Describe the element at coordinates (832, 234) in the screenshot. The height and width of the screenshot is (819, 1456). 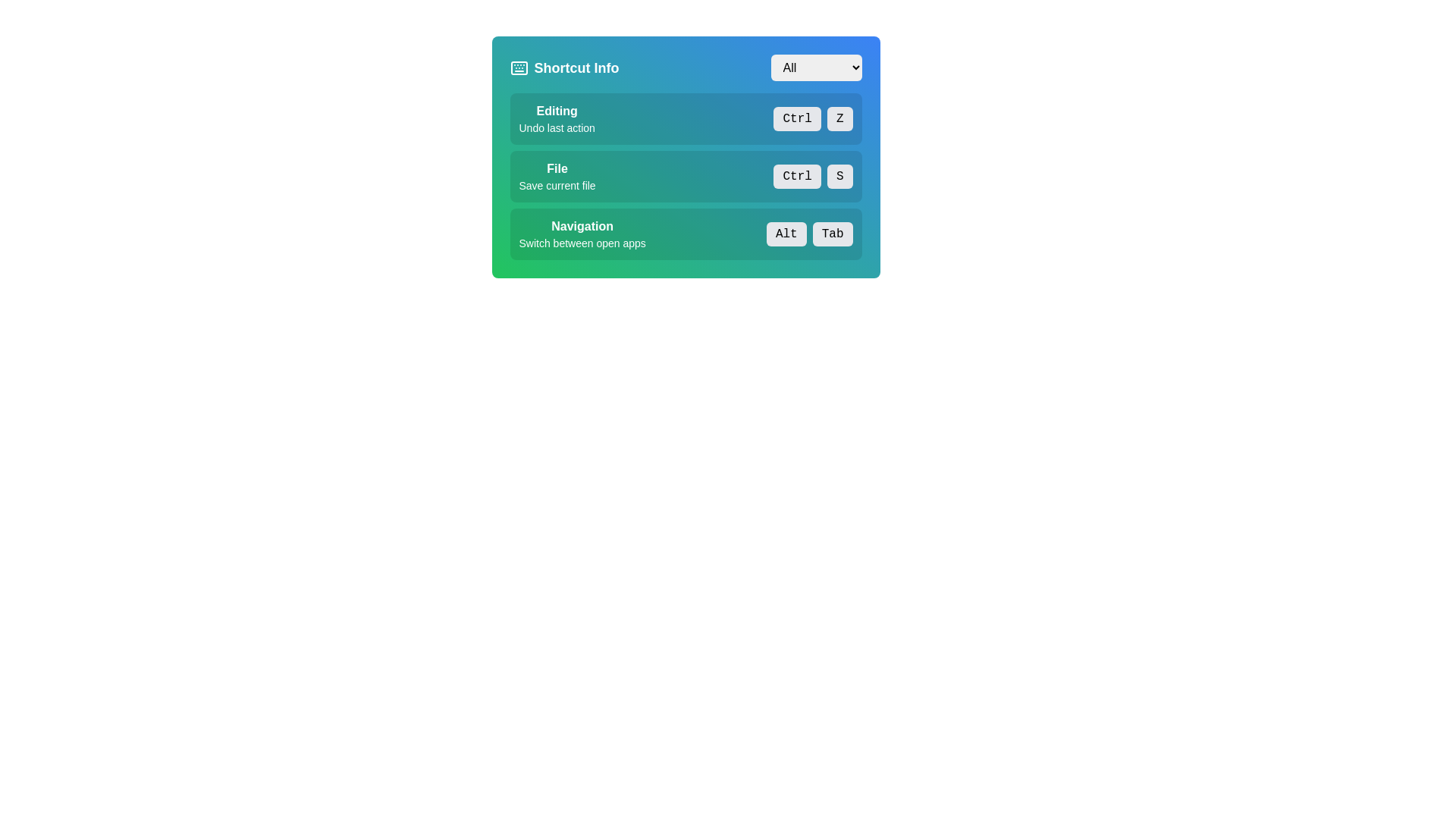
I see `the 'Tab' button, a rectangular button-like component with a light gray background and black text, located in the 'Navigation' section of the UI` at that location.